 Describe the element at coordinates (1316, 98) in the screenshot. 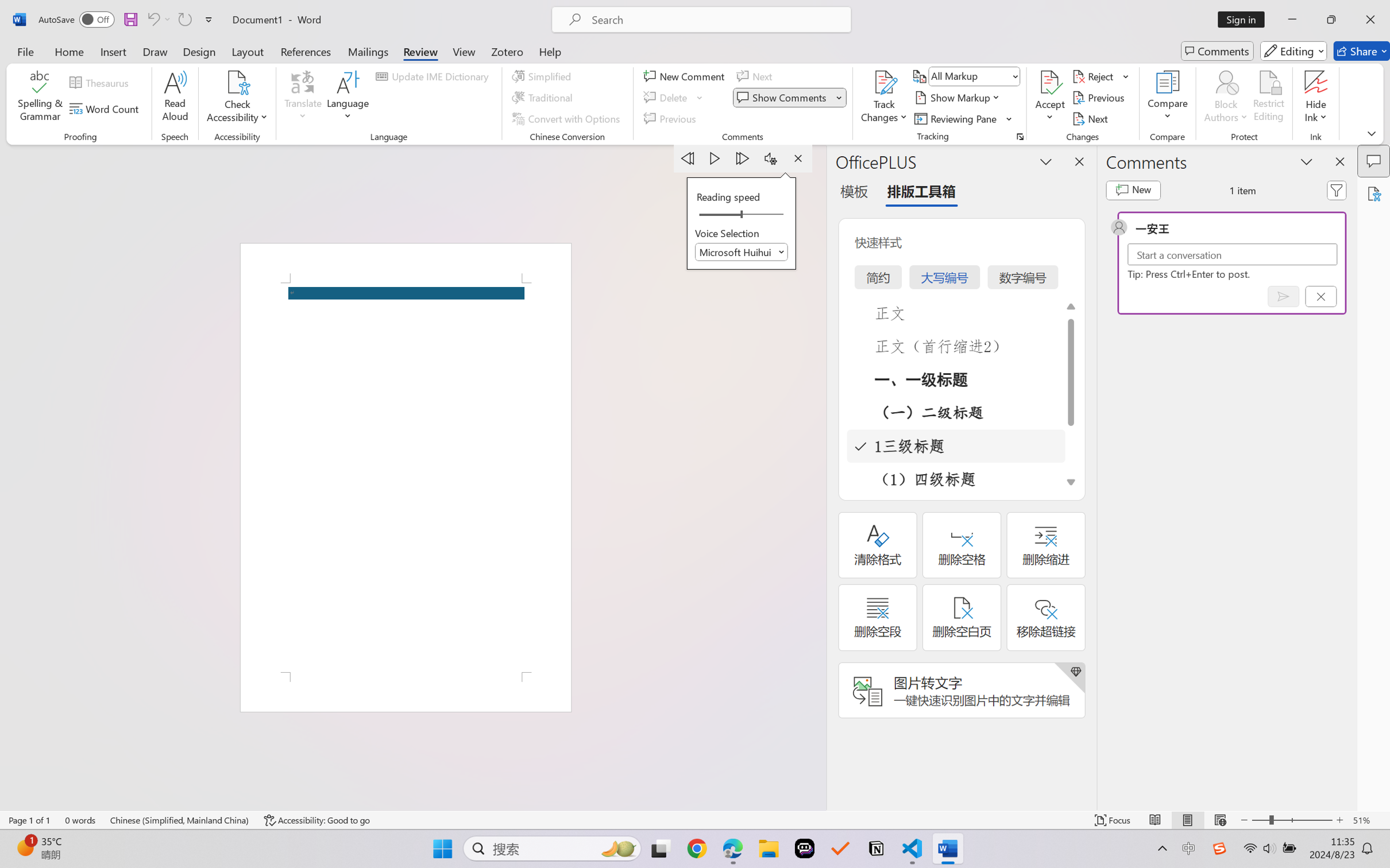

I see `'Hide Ink'` at that location.